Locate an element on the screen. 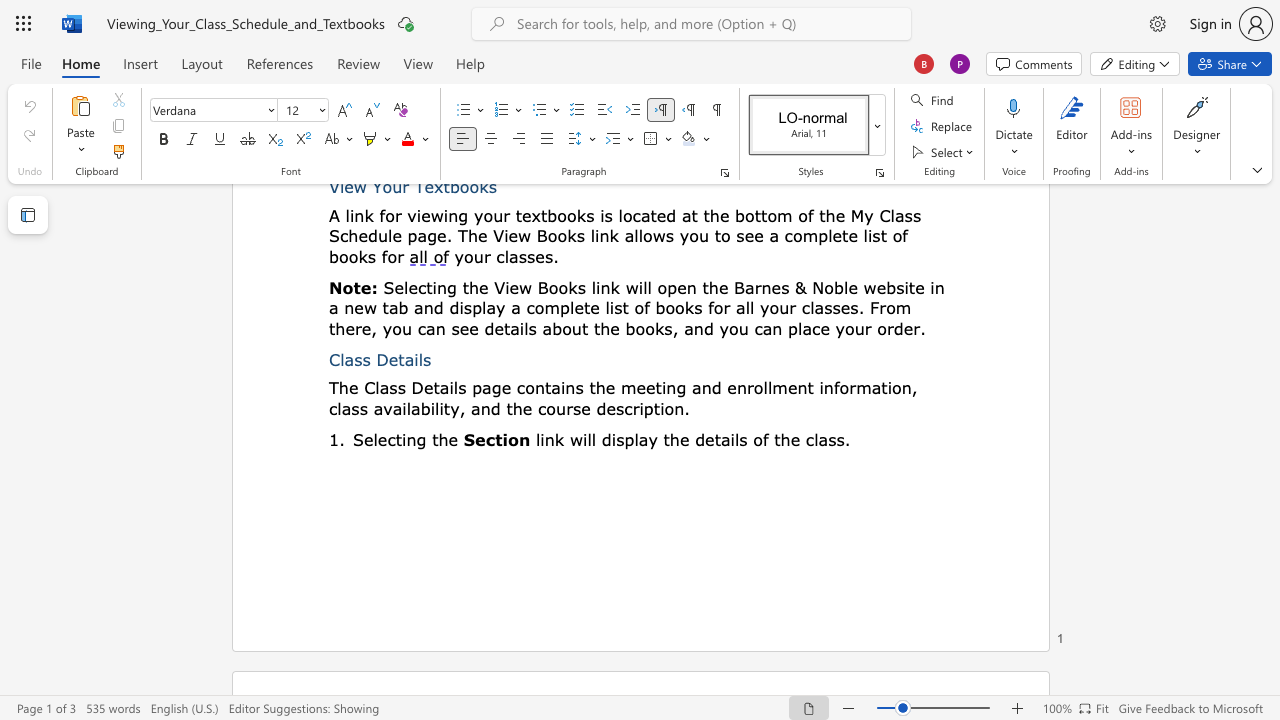 This screenshot has height=720, width=1280. the 1th character "n" in the text is located at coordinates (410, 438).